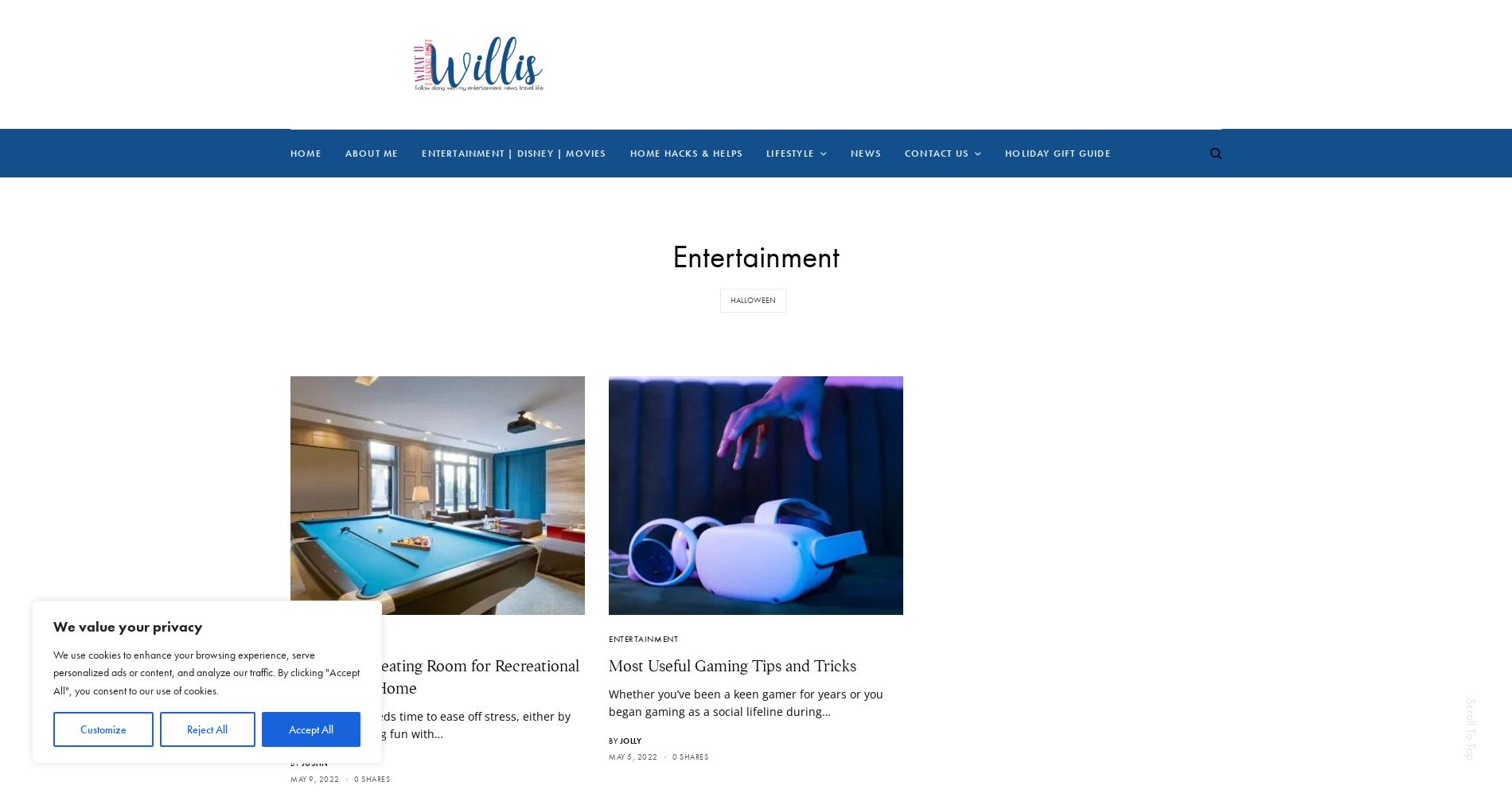 The image size is (1512, 805). What do you see at coordinates (314, 762) in the screenshot?
I see `'Justin'` at bounding box center [314, 762].